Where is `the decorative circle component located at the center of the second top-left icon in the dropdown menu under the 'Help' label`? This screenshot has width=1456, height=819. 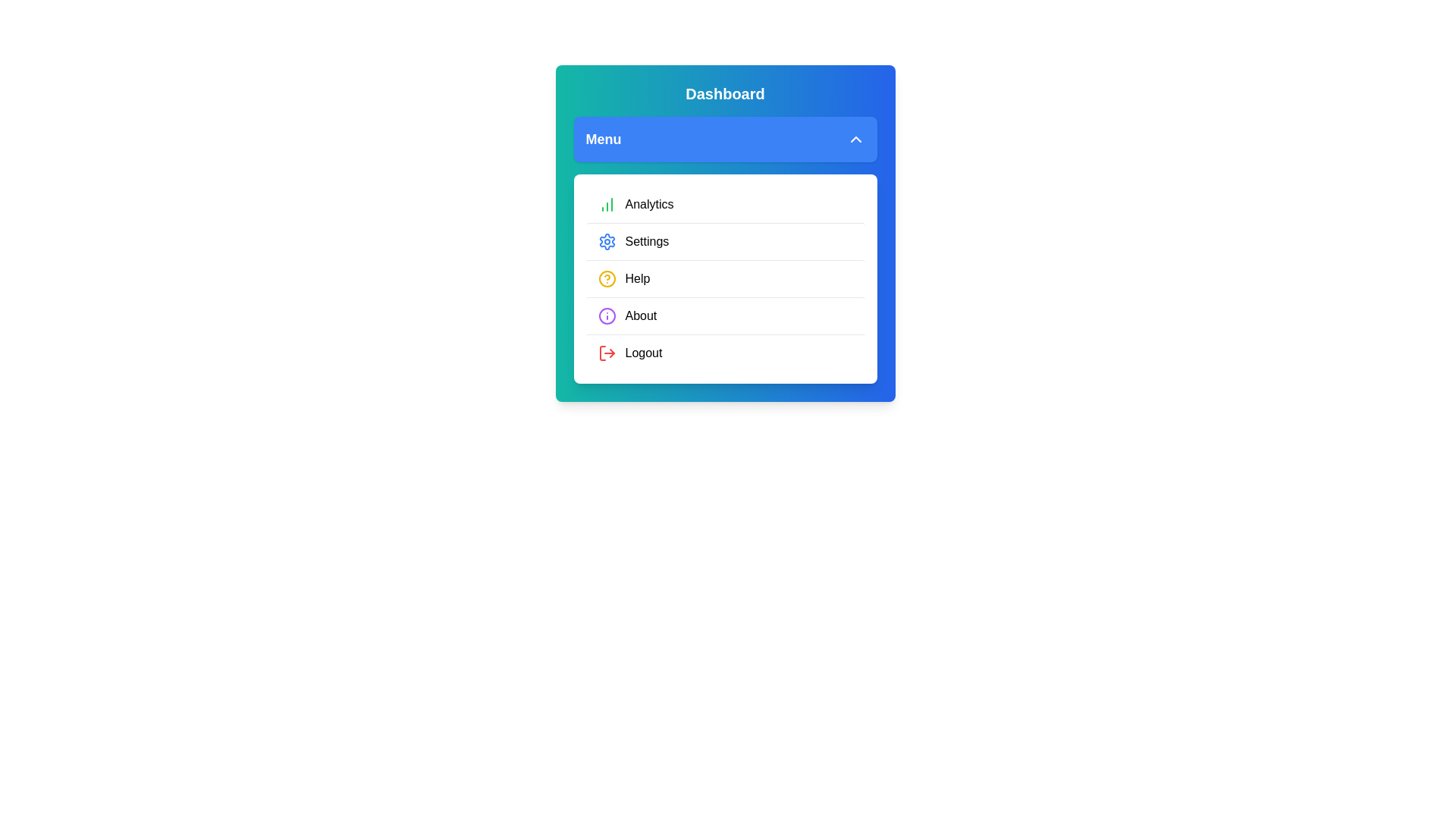
the decorative circle component located at the center of the second top-left icon in the dropdown menu under the 'Help' label is located at coordinates (607, 315).